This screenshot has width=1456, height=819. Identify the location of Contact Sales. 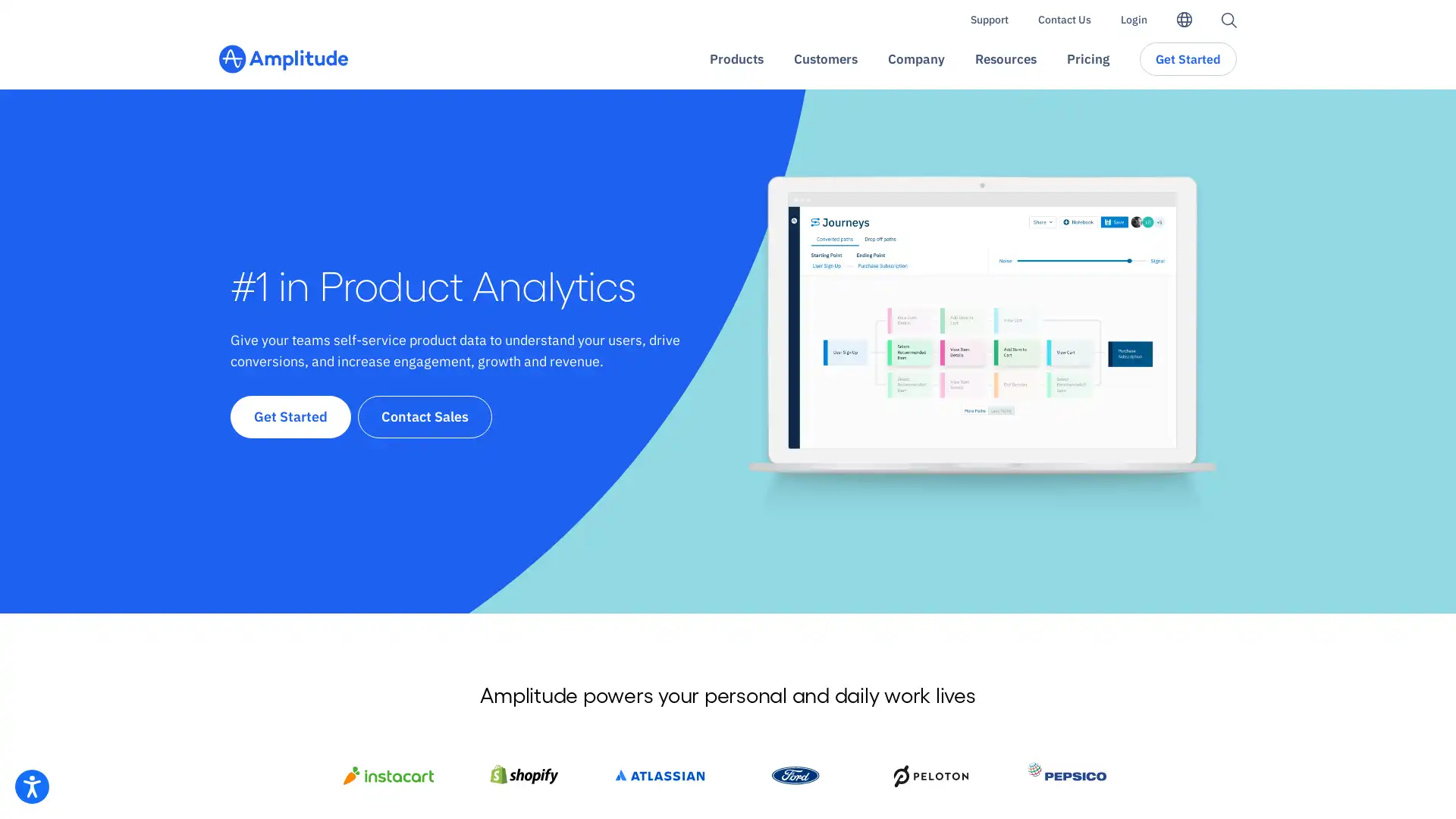
(425, 416).